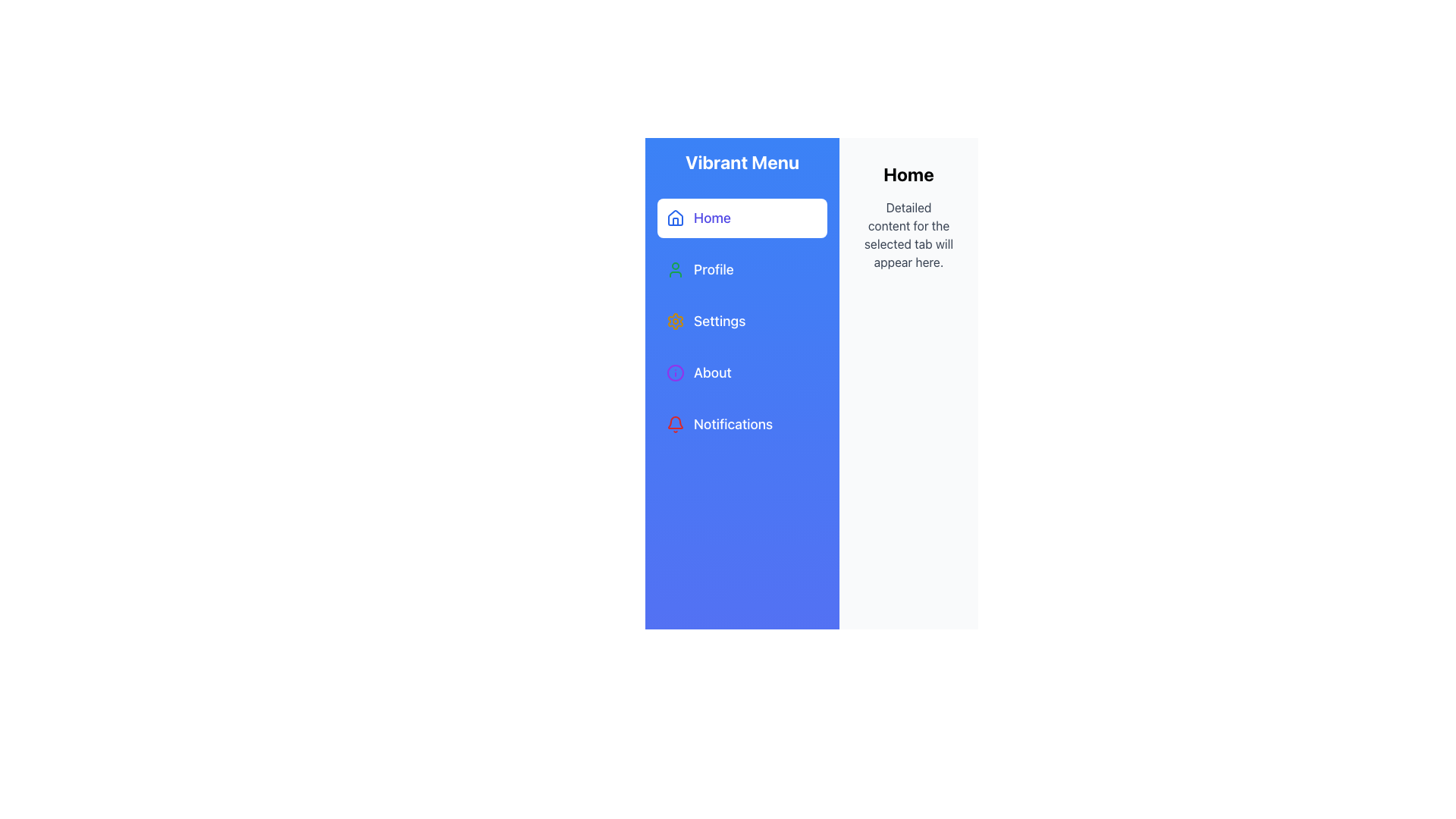 The width and height of the screenshot is (1456, 819). Describe the element at coordinates (675, 268) in the screenshot. I see `the Profile menu item icon located to the left of the text 'Profile' in the sidebar` at that location.